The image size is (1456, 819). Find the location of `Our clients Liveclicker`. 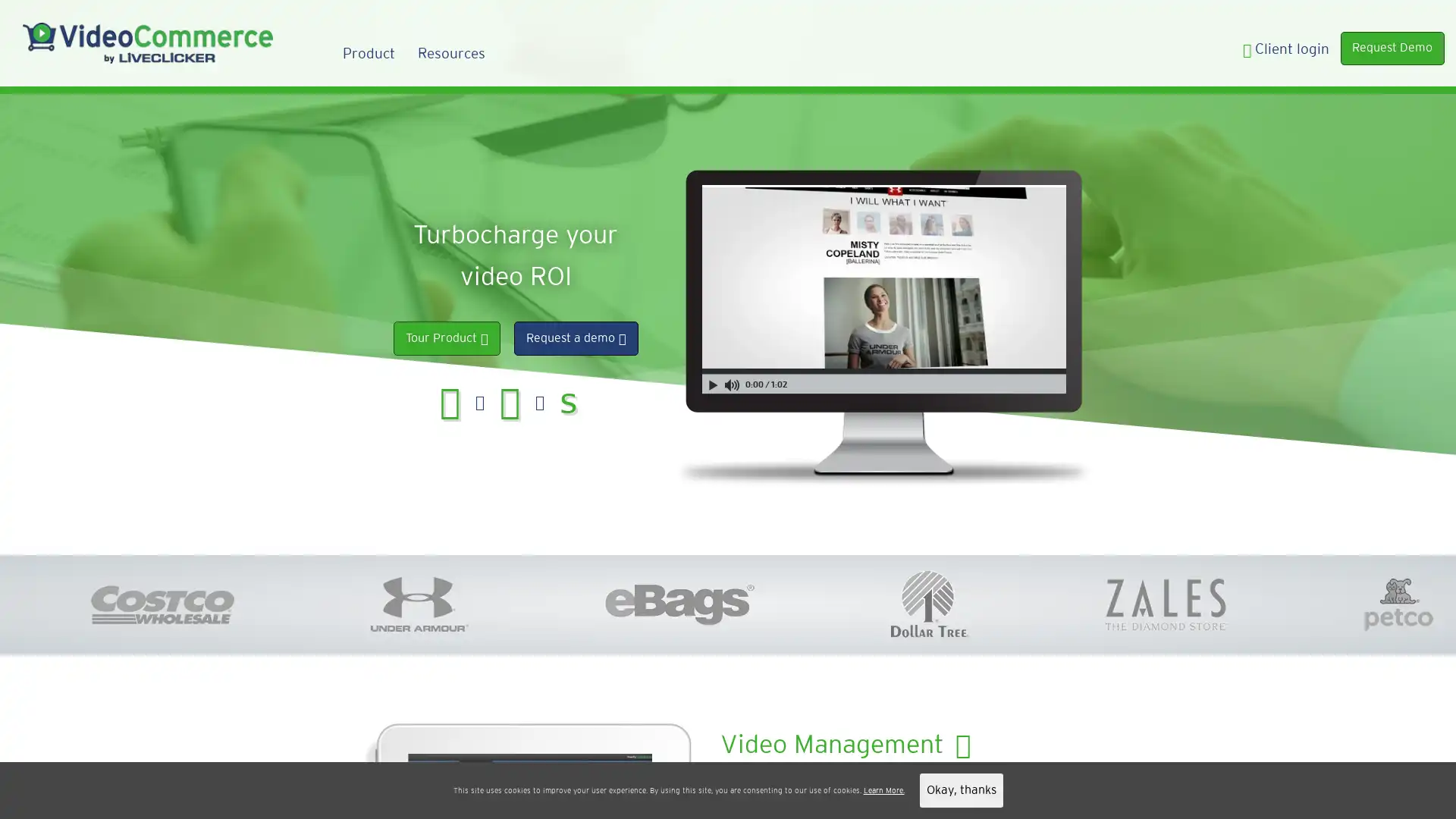

Our clients Liveclicker is located at coordinates (767, 789).